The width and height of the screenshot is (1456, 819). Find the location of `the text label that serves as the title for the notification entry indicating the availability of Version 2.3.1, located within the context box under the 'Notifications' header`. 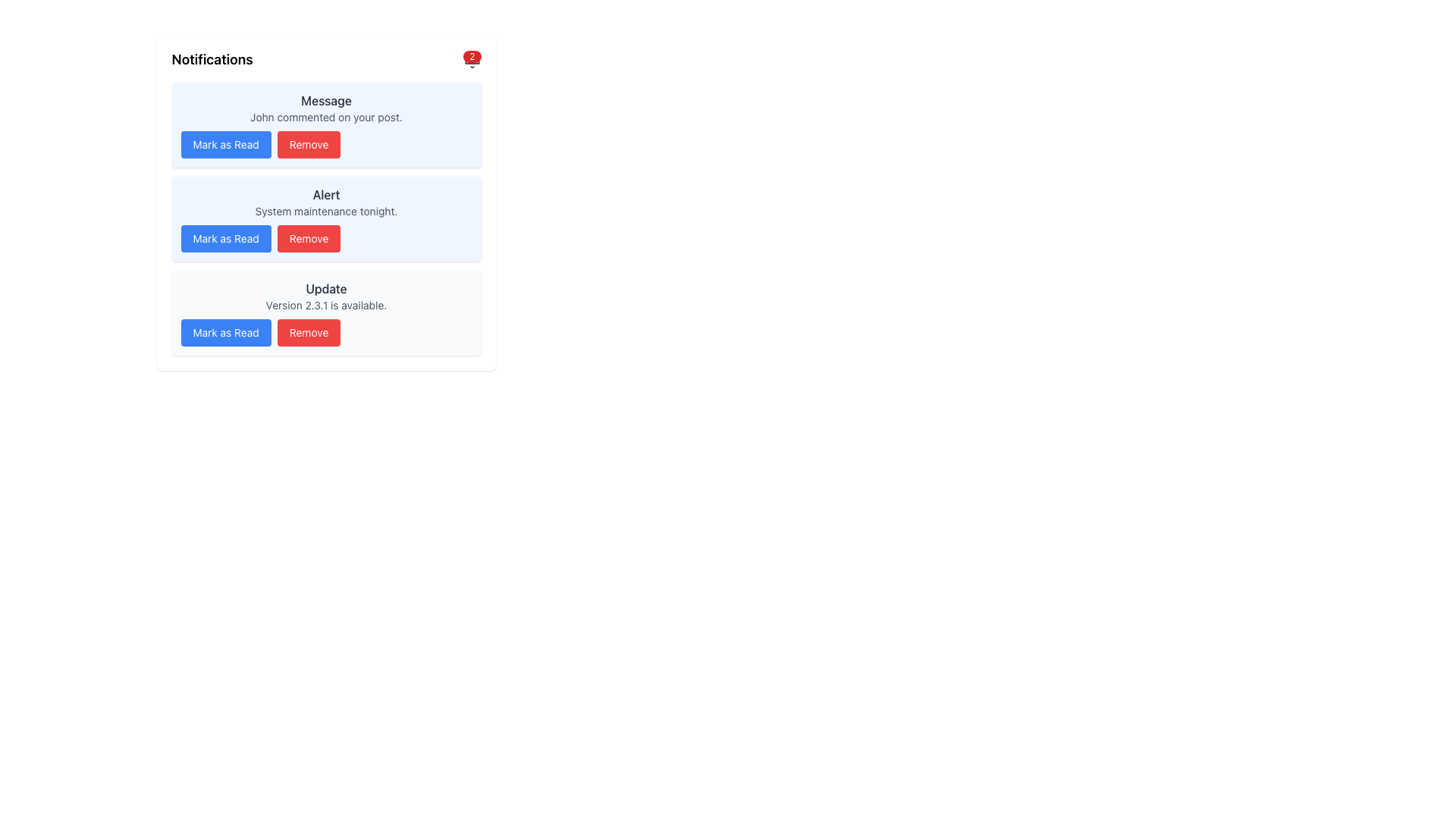

the text label that serves as the title for the notification entry indicating the availability of Version 2.3.1, located within the context box under the 'Notifications' header is located at coordinates (325, 289).